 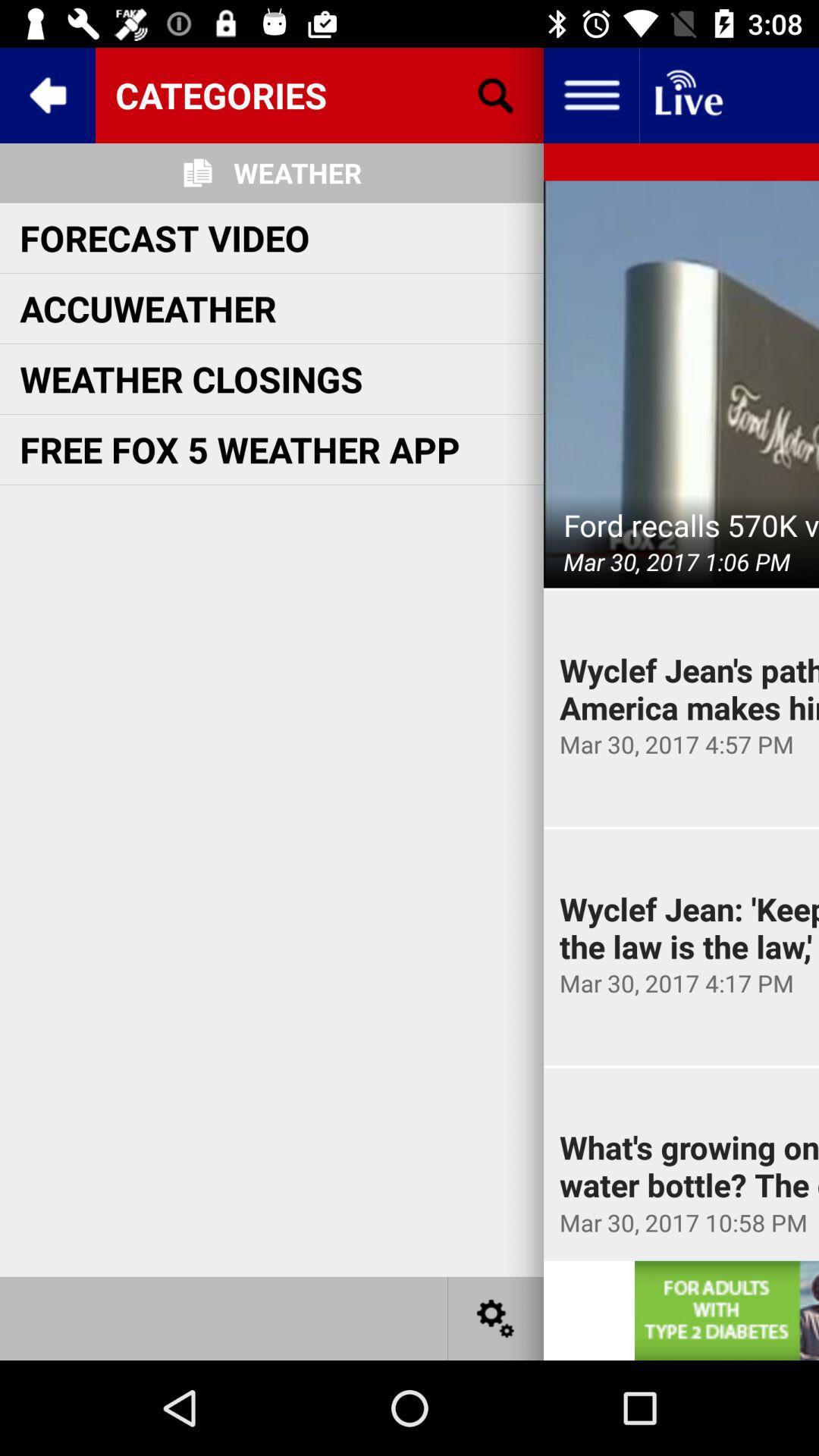 I want to click on click for settings, so click(x=496, y=1317).